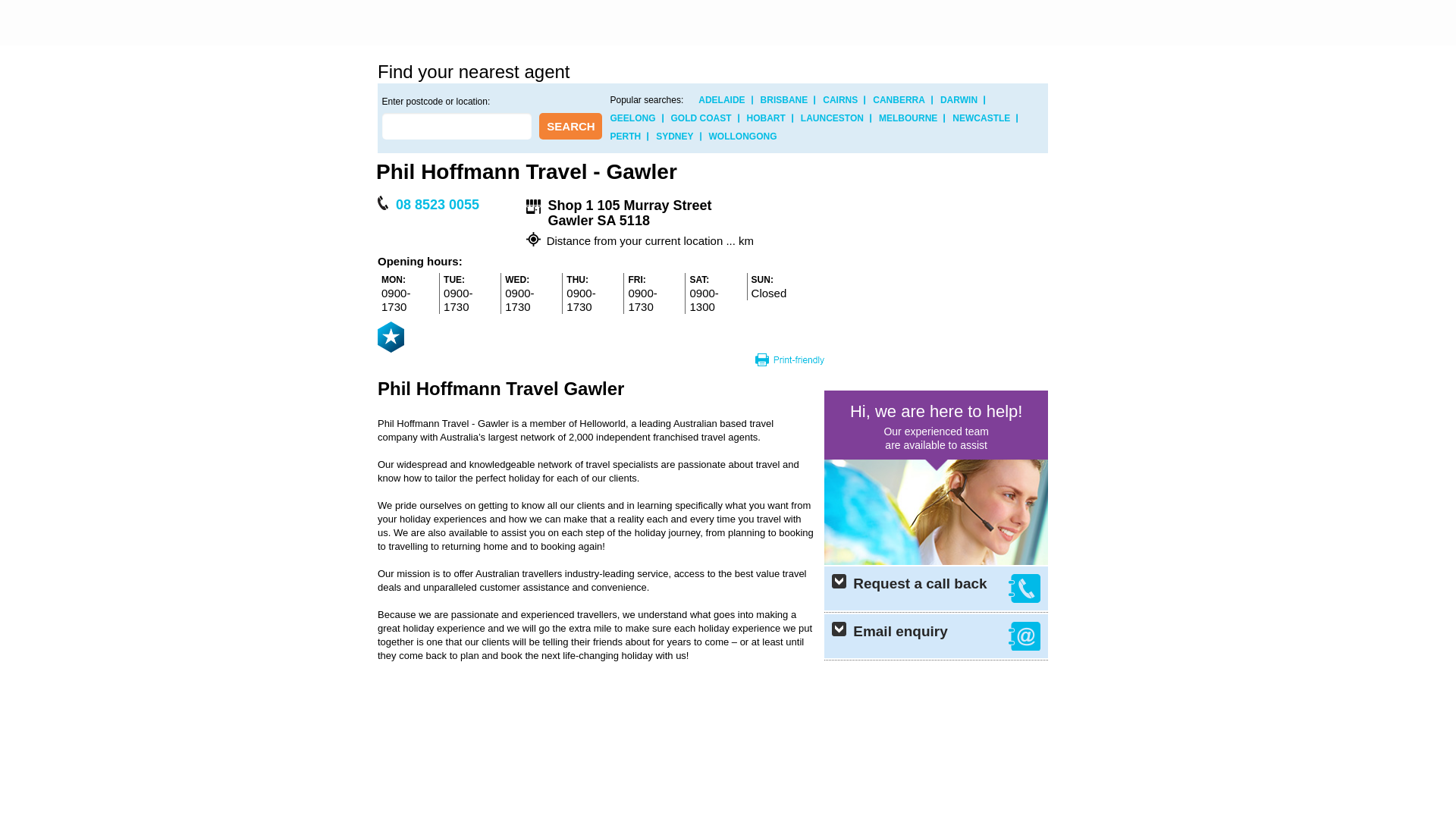  I want to click on 'NEWCASTLE', so click(981, 117).